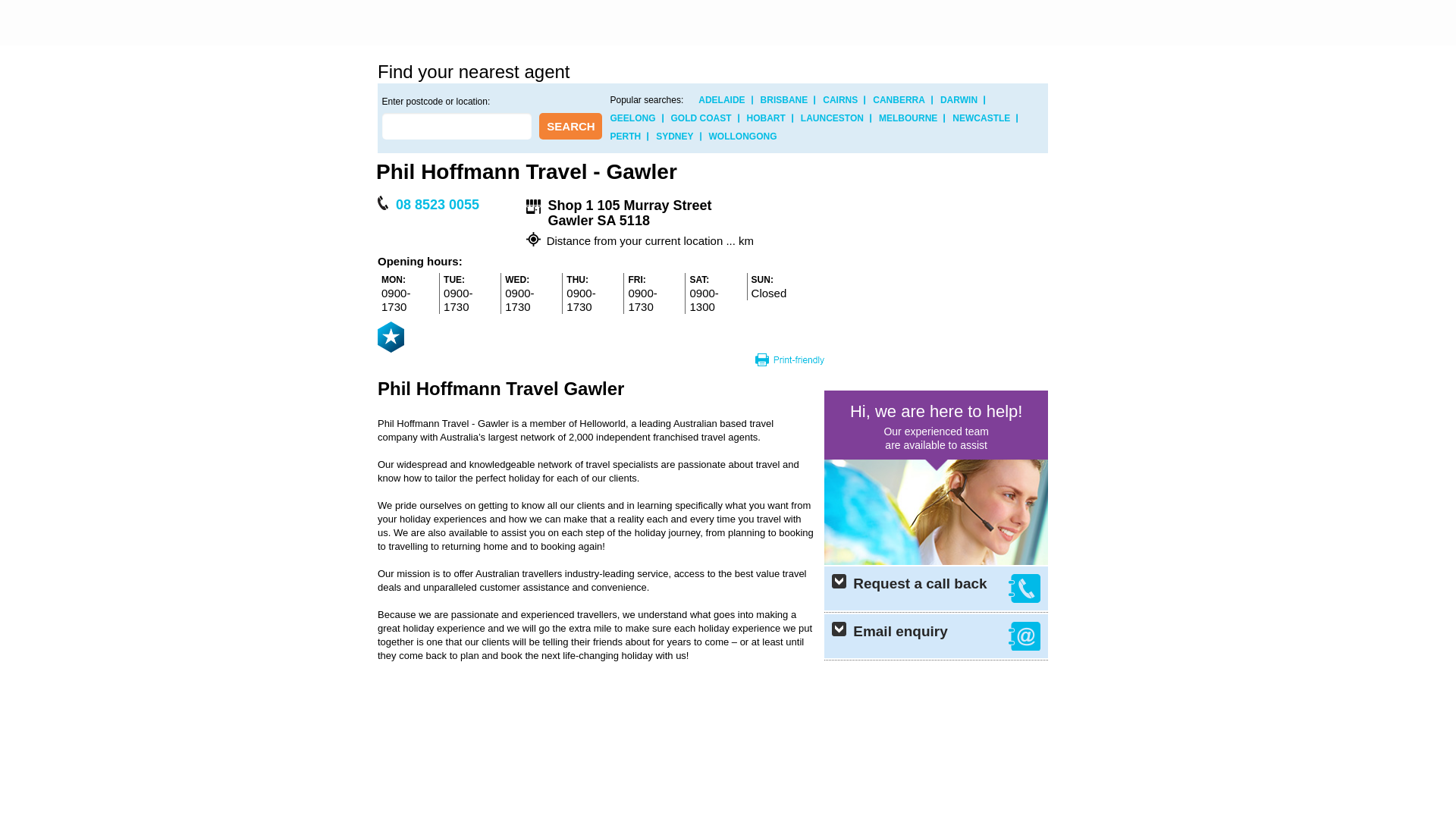  I want to click on 'NEWCASTLE', so click(981, 117).